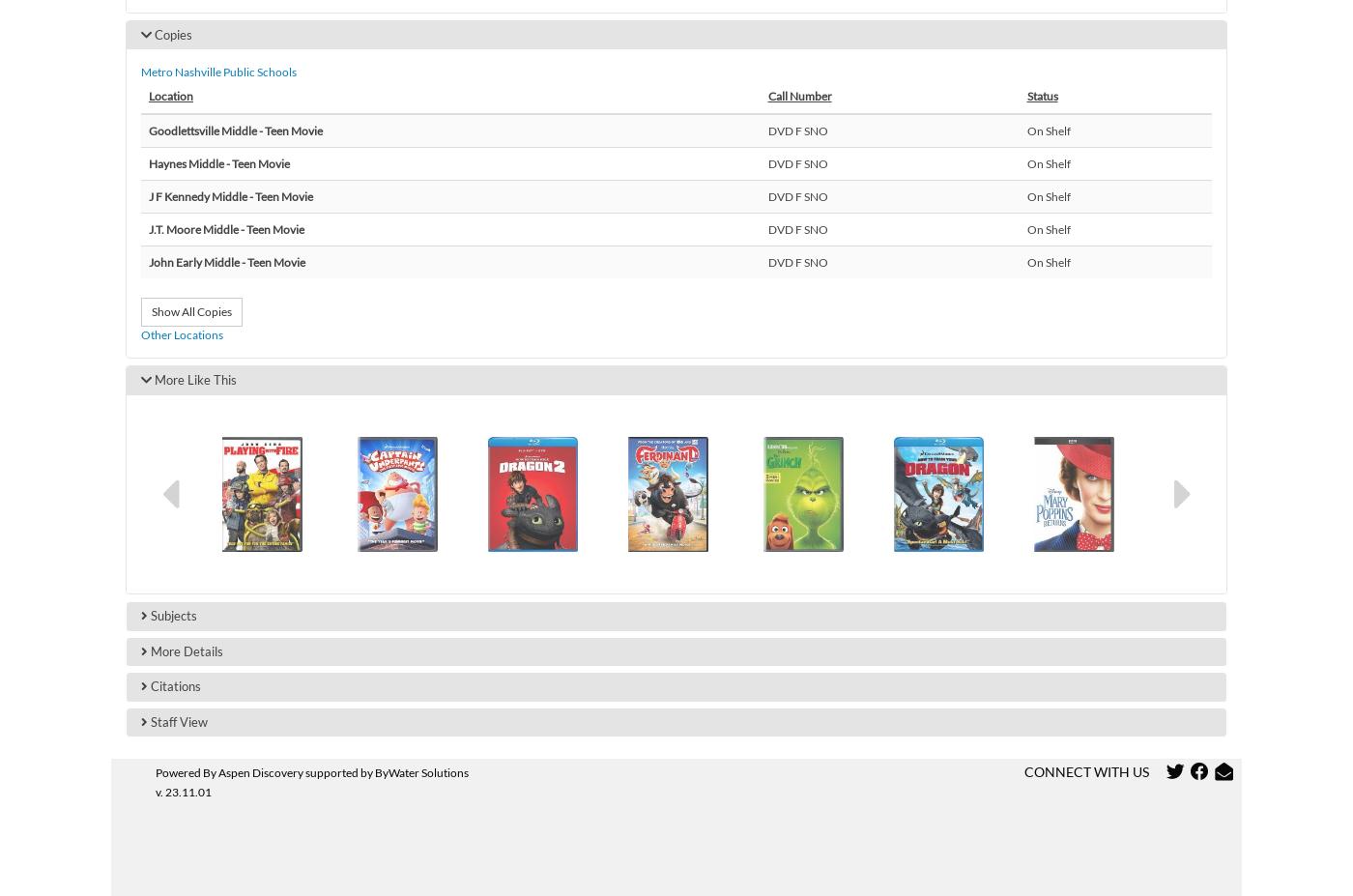  What do you see at coordinates (197, 190) in the screenshot?
I see `'Glencliff High'` at bounding box center [197, 190].